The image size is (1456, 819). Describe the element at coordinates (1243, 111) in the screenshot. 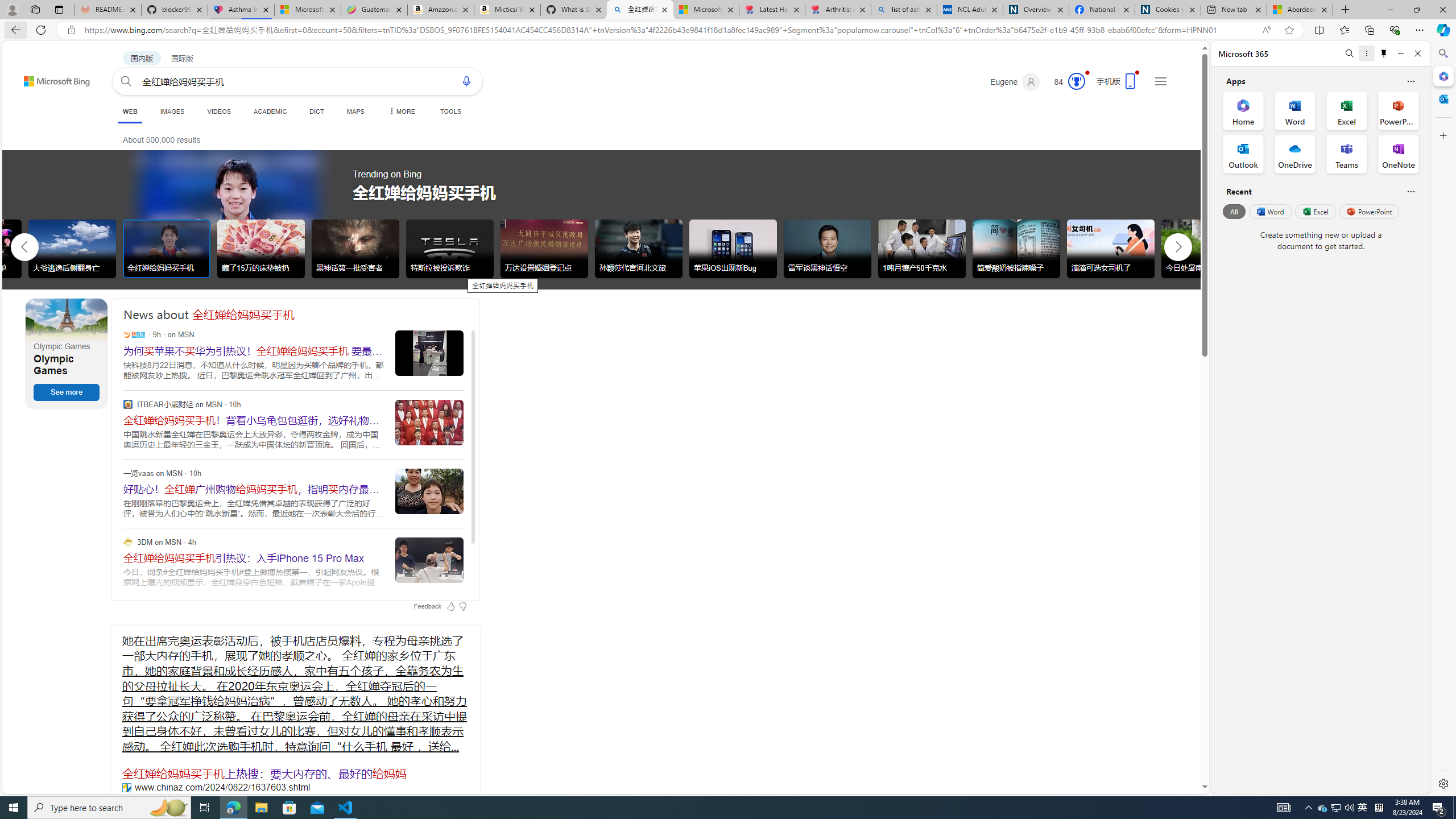

I see `'Home Office App'` at that location.